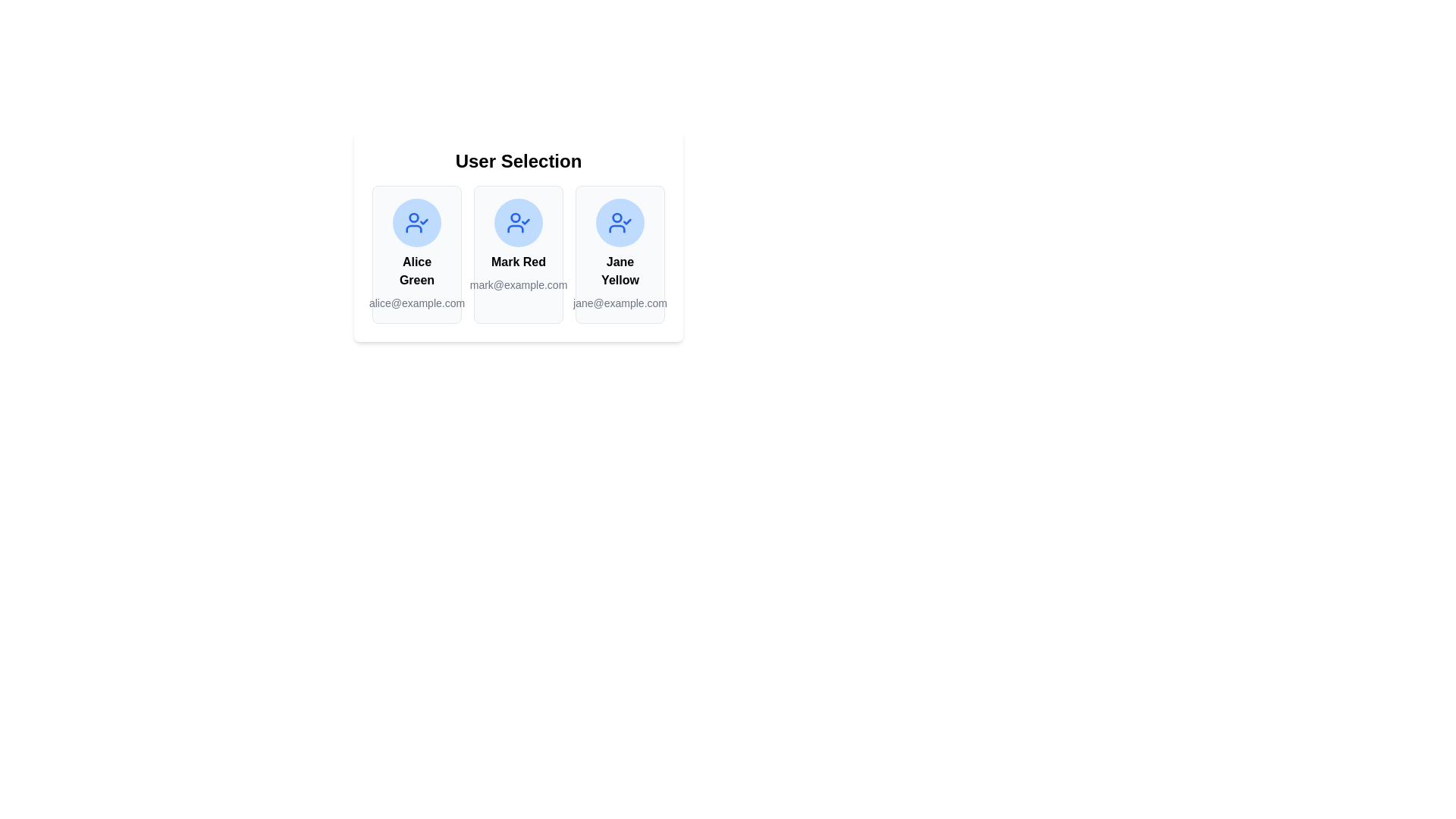 The image size is (1456, 819). Describe the element at coordinates (620, 271) in the screenshot. I see `the text label displaying 'Jane Yellow' in the third user profile card, which is styled in bold and is centrally located above the email address` at that location.